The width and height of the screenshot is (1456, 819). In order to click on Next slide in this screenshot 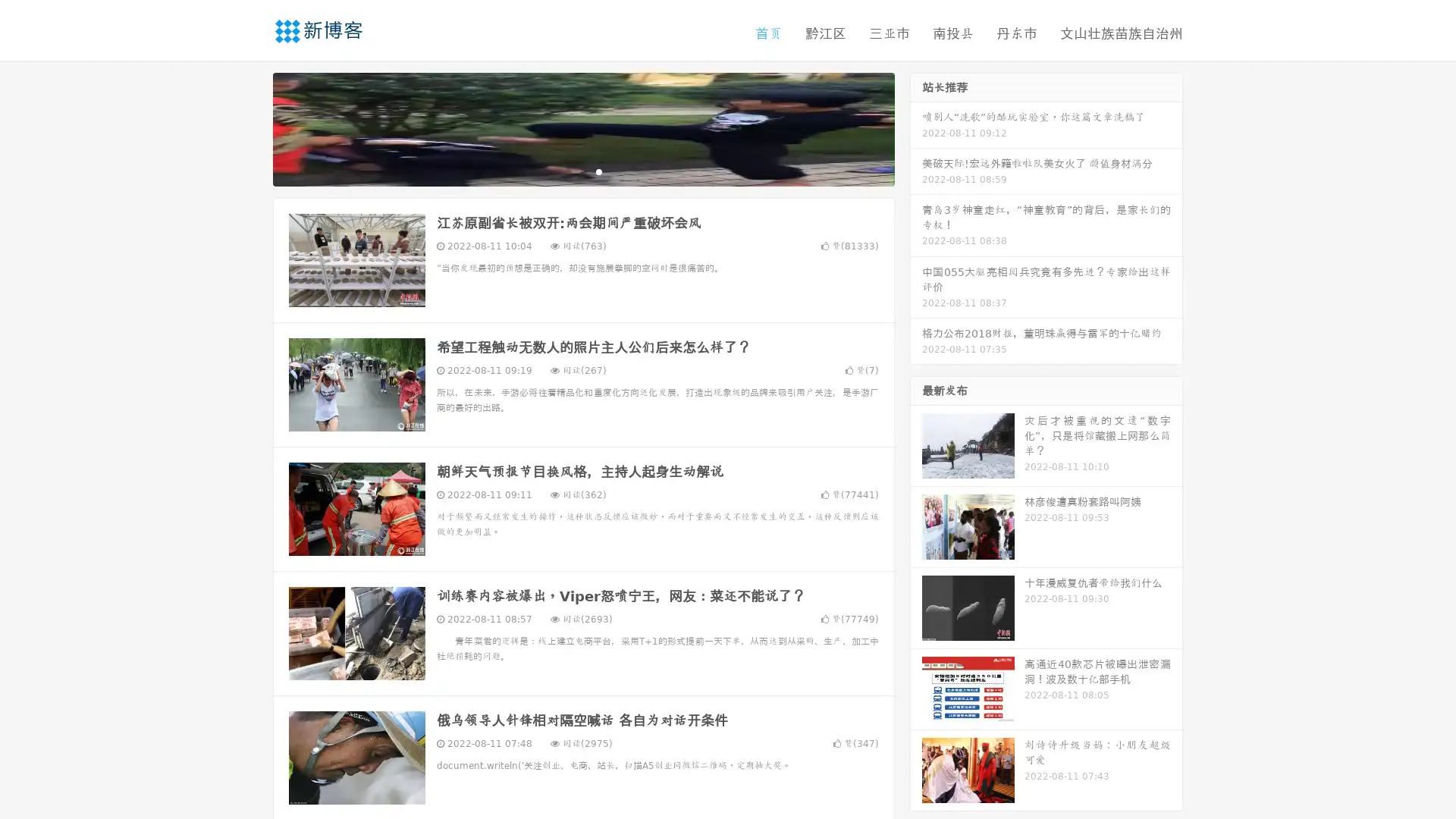, I will do `click(916, 127)`.